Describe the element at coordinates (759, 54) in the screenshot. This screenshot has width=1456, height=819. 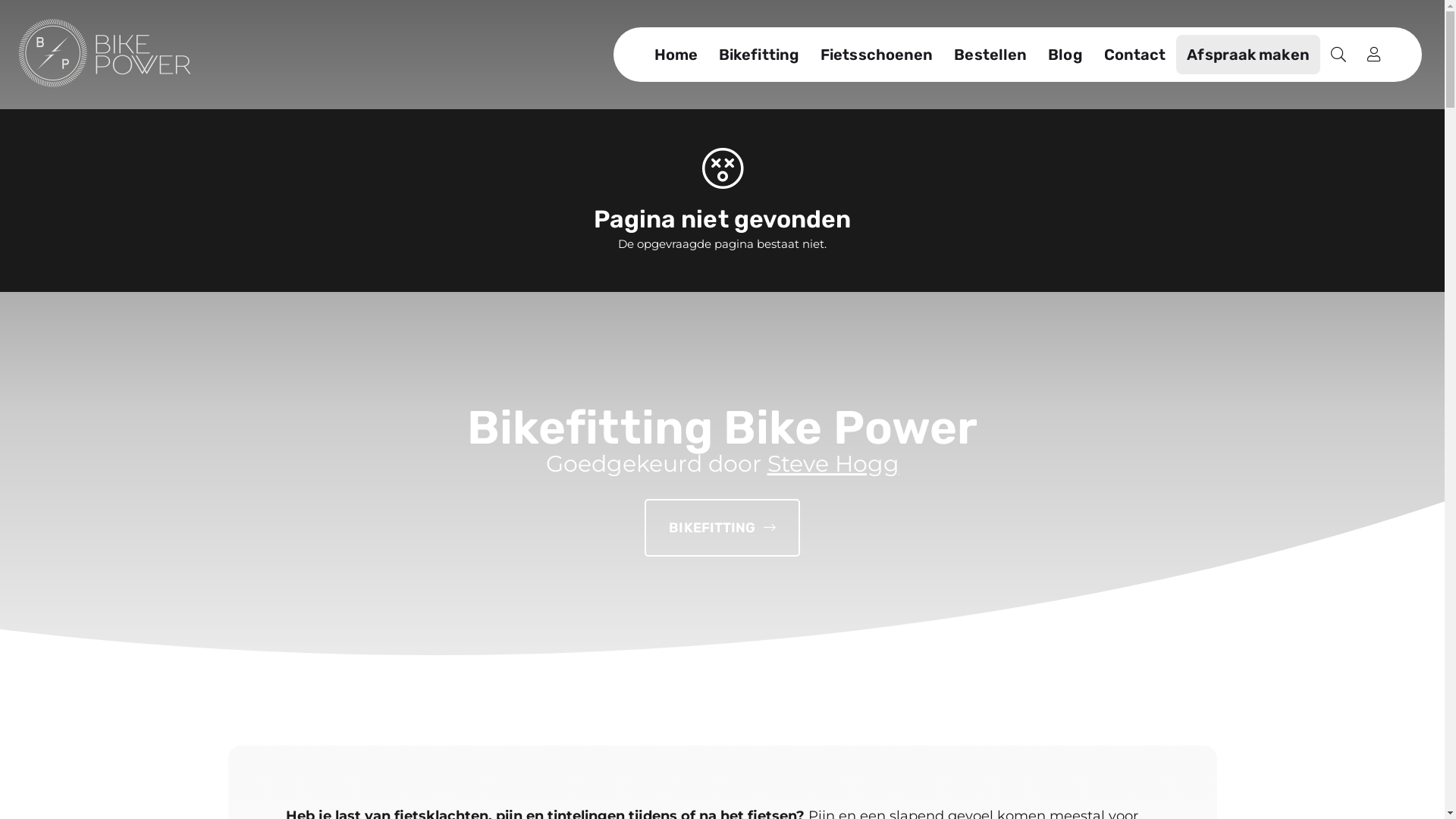
I see `'Bikefitting'` at that location.